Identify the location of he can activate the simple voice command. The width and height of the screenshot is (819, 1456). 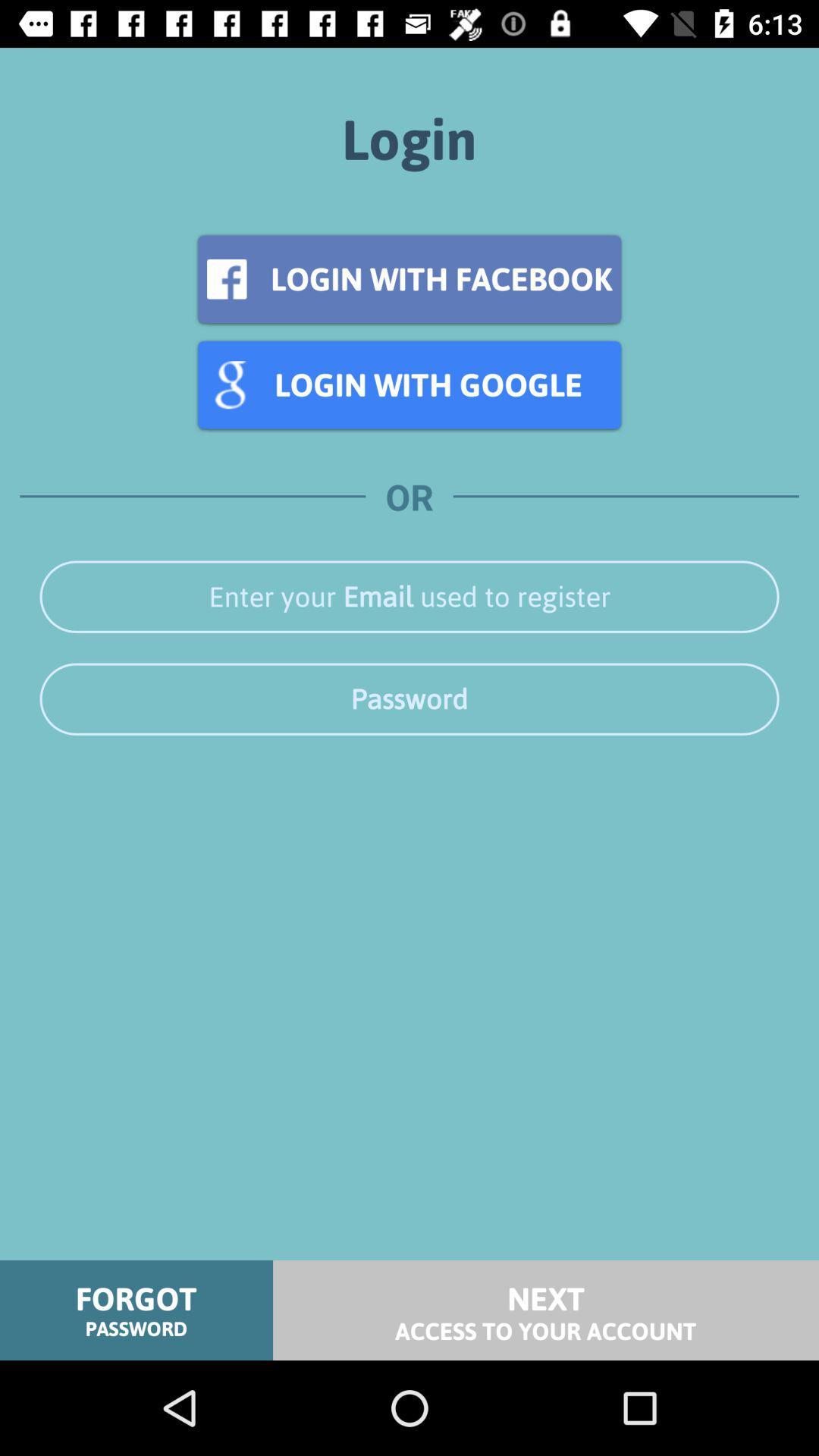
(409, 698).